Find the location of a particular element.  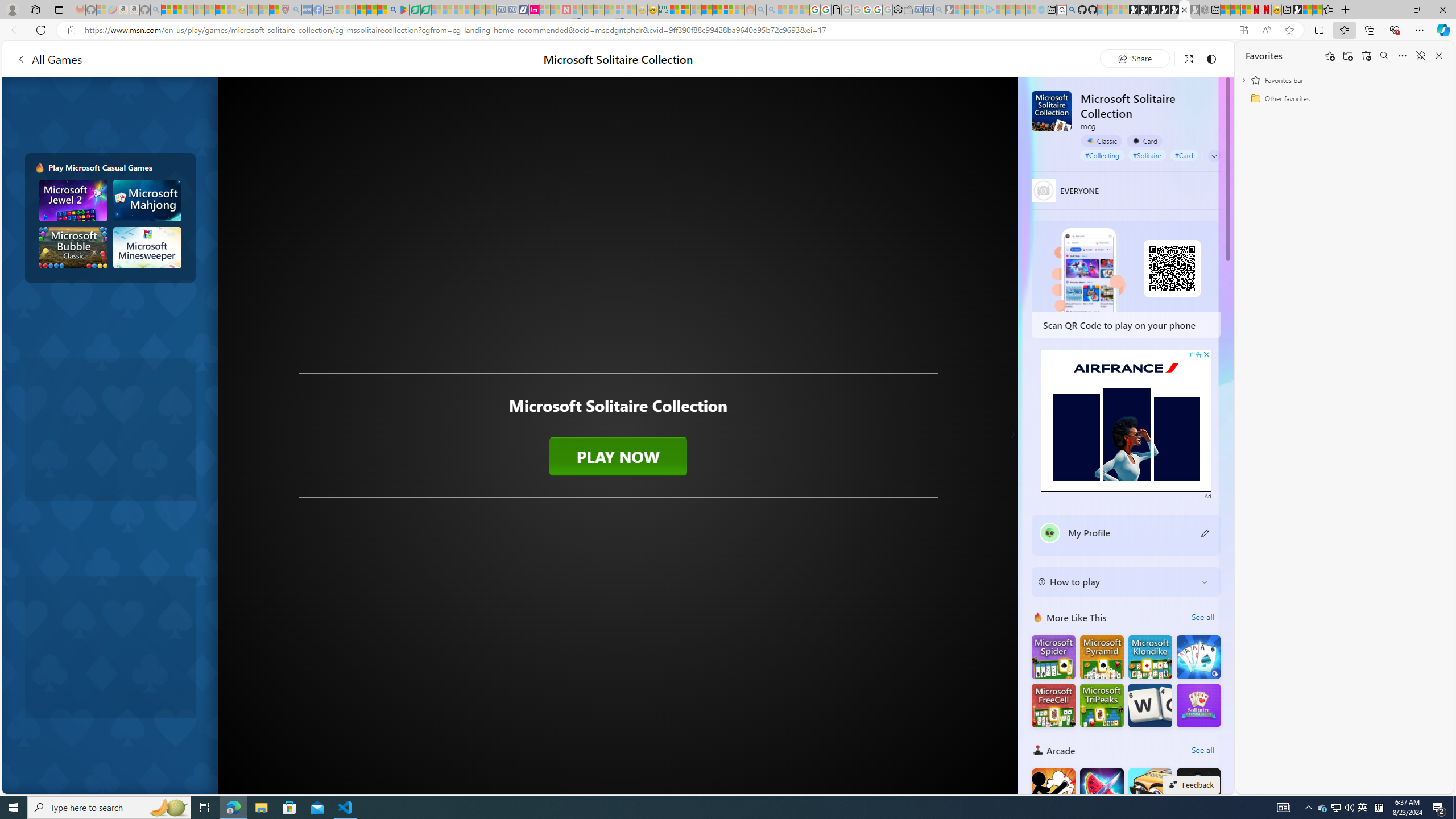

'Microsoft-Report a Concern to Bing - Sleeping' is located at coordinates (102, 9).